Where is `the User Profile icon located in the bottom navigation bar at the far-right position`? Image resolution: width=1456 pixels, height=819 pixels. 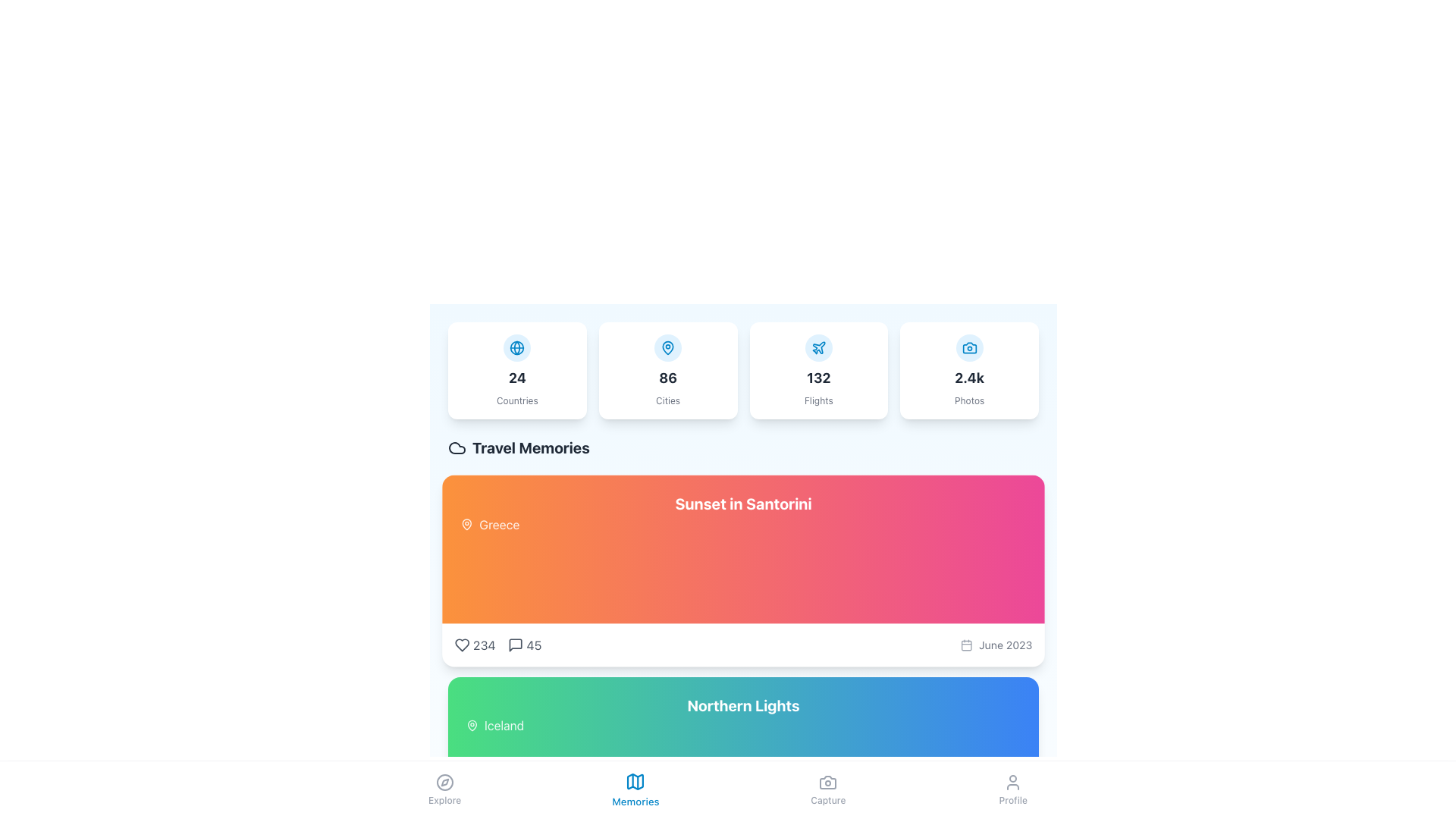 the User Profile icon located in the bottom navigation bar at the far-right position is located at coordinates (1013, 783).